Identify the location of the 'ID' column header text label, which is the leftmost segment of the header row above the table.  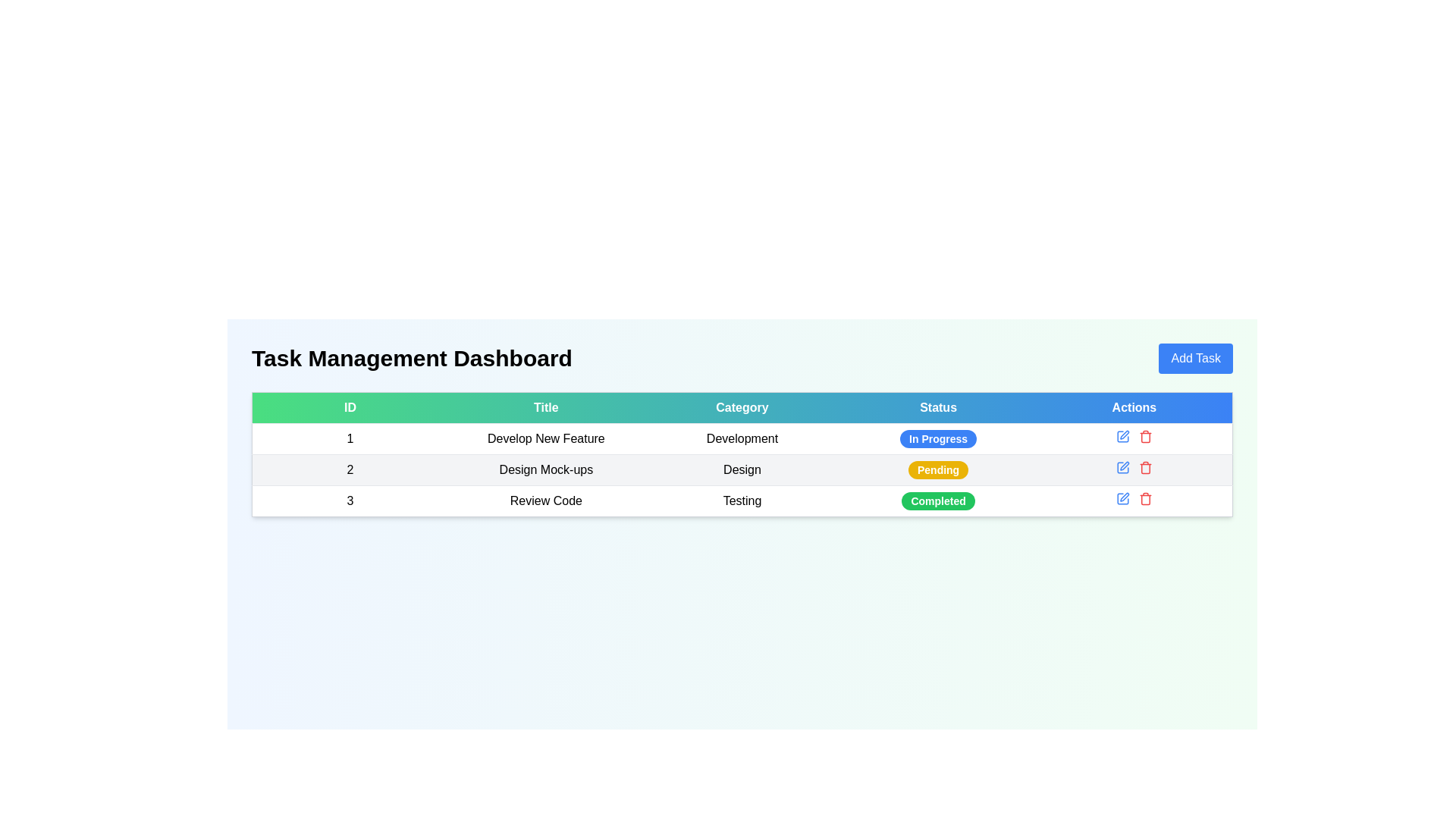
(349, 406).